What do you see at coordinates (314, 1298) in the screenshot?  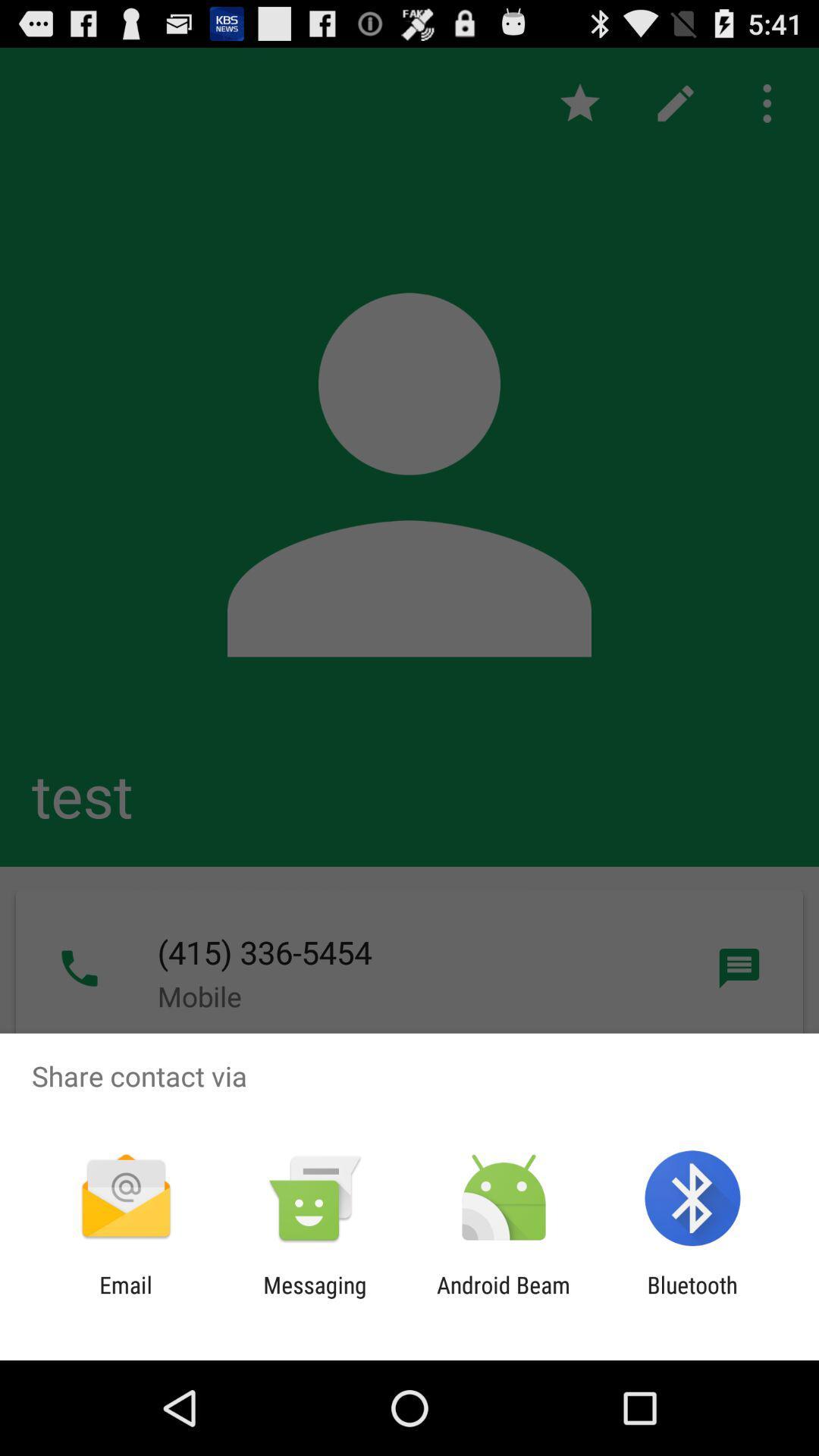 I see `the icon next to the email icon` at bounding box center [314, 1298].